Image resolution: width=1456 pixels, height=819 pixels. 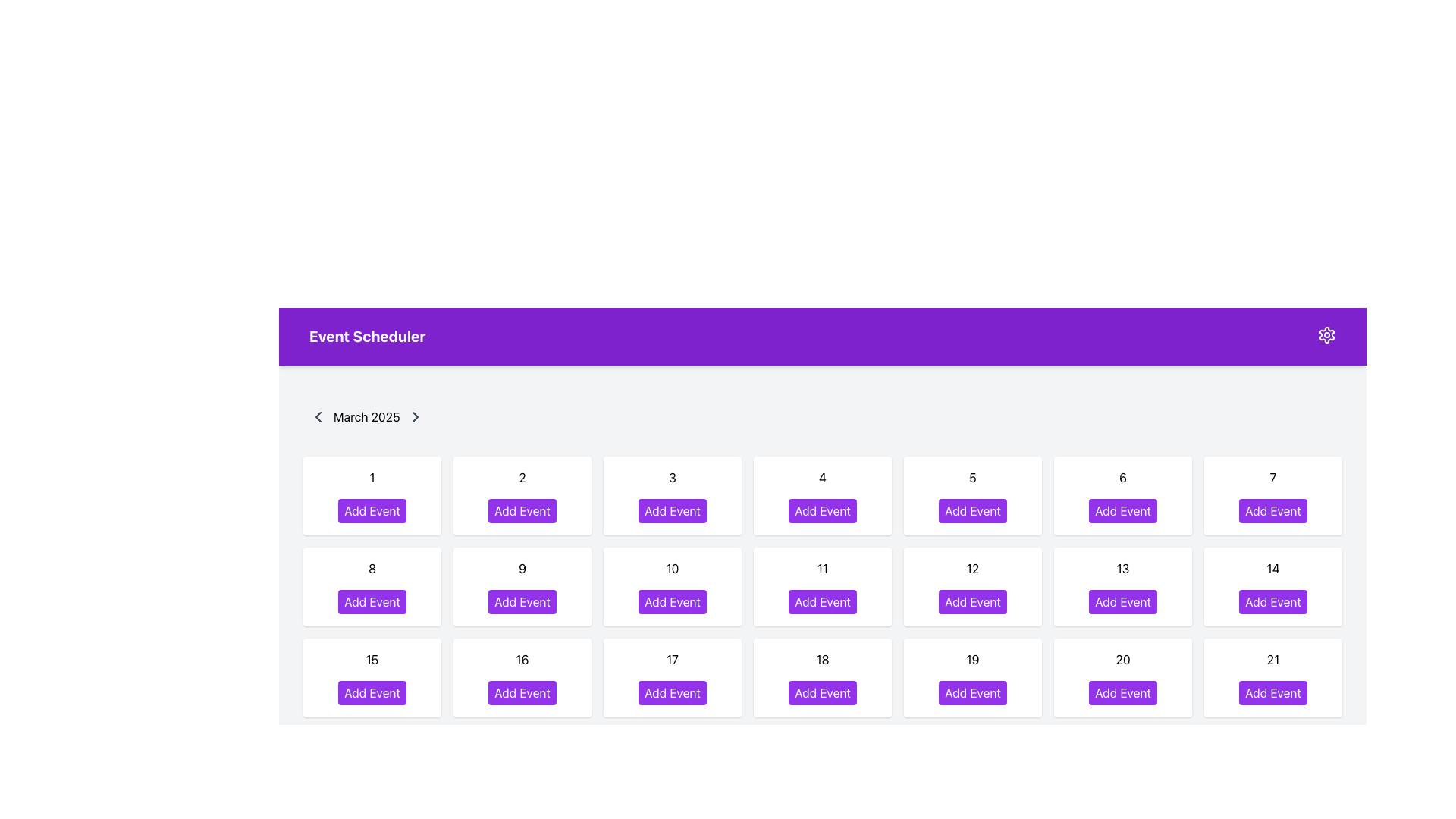 I want to click on the 'Add Event' button on the Calendar day card representing the 15th day, located in the third row, first column of the grid, so click(x=372, y=677).